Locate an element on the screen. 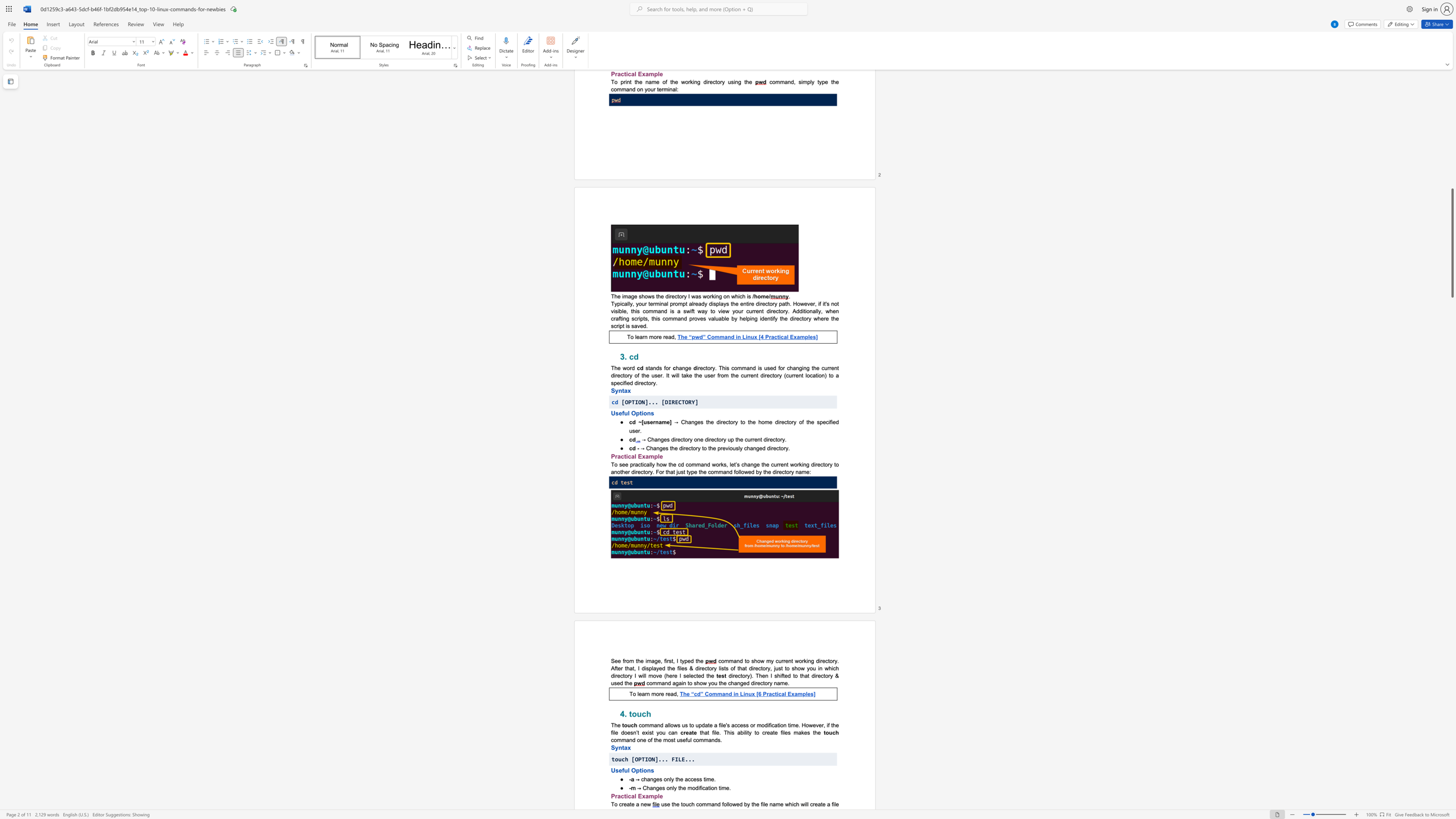 The image size is (1456, 819). the subset text "Practical Example" within the text "Practical Example" is located at coordinates (610, 456).